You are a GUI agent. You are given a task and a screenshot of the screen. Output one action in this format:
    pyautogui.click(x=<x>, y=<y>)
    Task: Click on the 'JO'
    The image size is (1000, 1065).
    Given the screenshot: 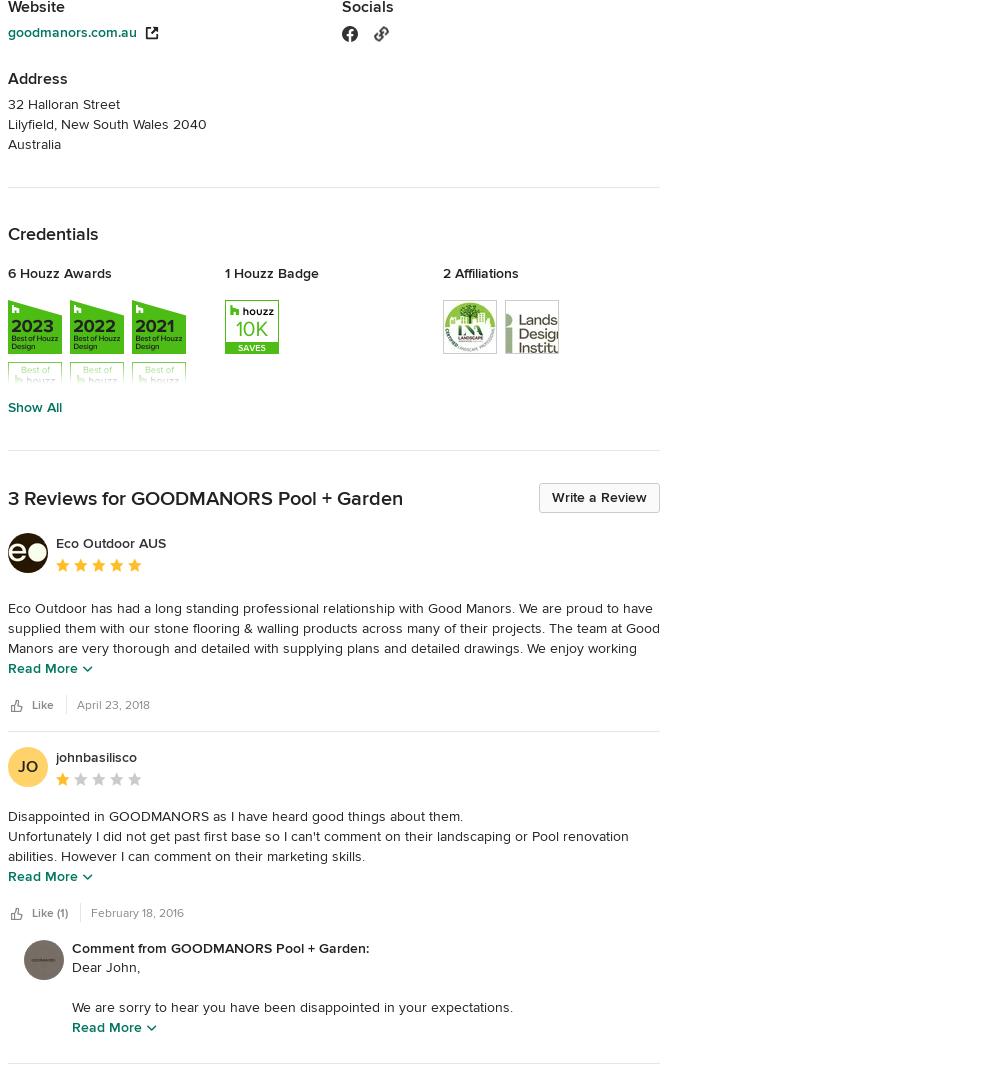 What is the action you would take?
    pyautogui.click(x=28, y=765)
    